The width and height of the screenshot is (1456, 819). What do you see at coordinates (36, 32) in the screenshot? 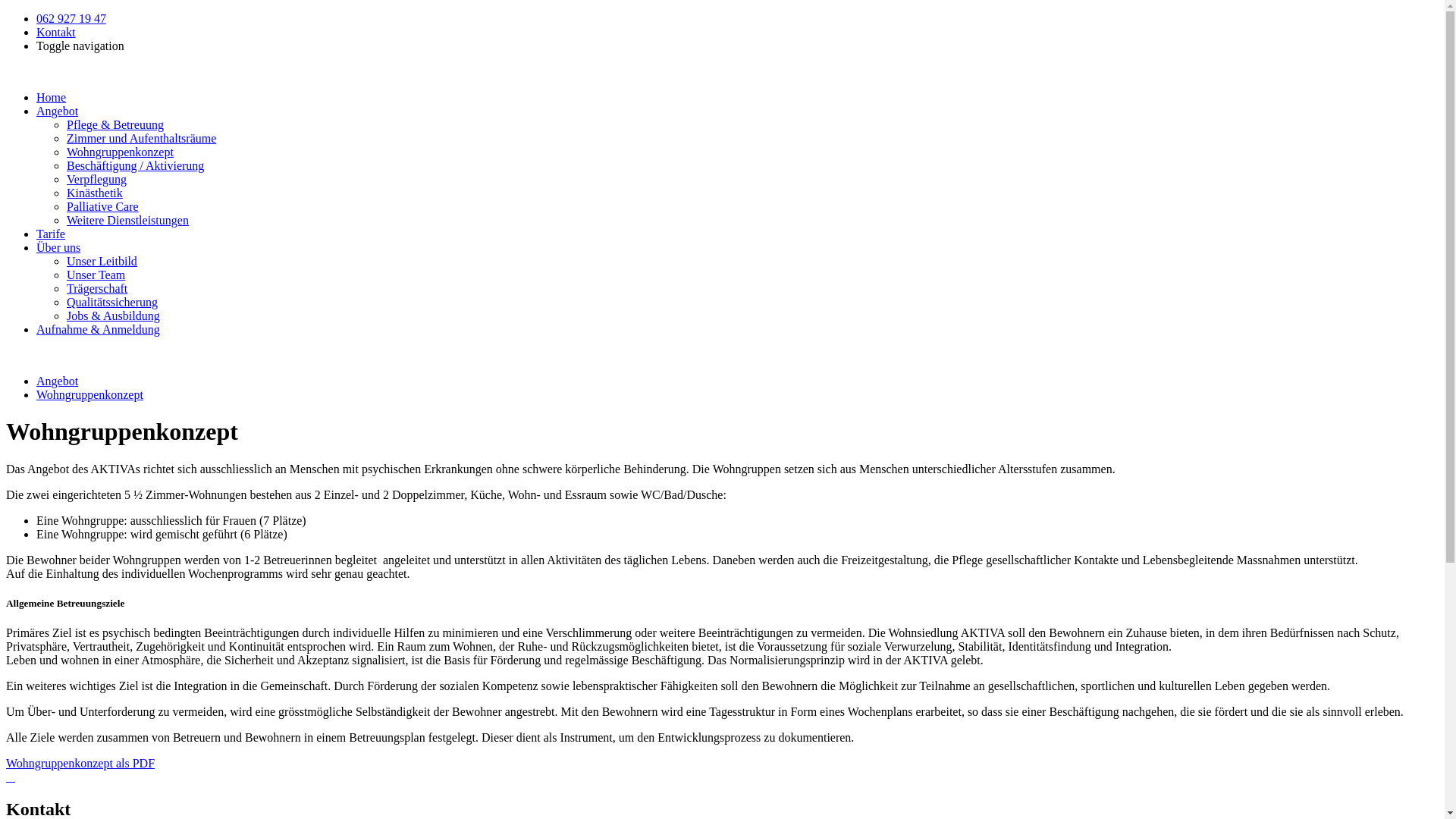
I see `'Kontakt'` at bounding box center [36, 32].